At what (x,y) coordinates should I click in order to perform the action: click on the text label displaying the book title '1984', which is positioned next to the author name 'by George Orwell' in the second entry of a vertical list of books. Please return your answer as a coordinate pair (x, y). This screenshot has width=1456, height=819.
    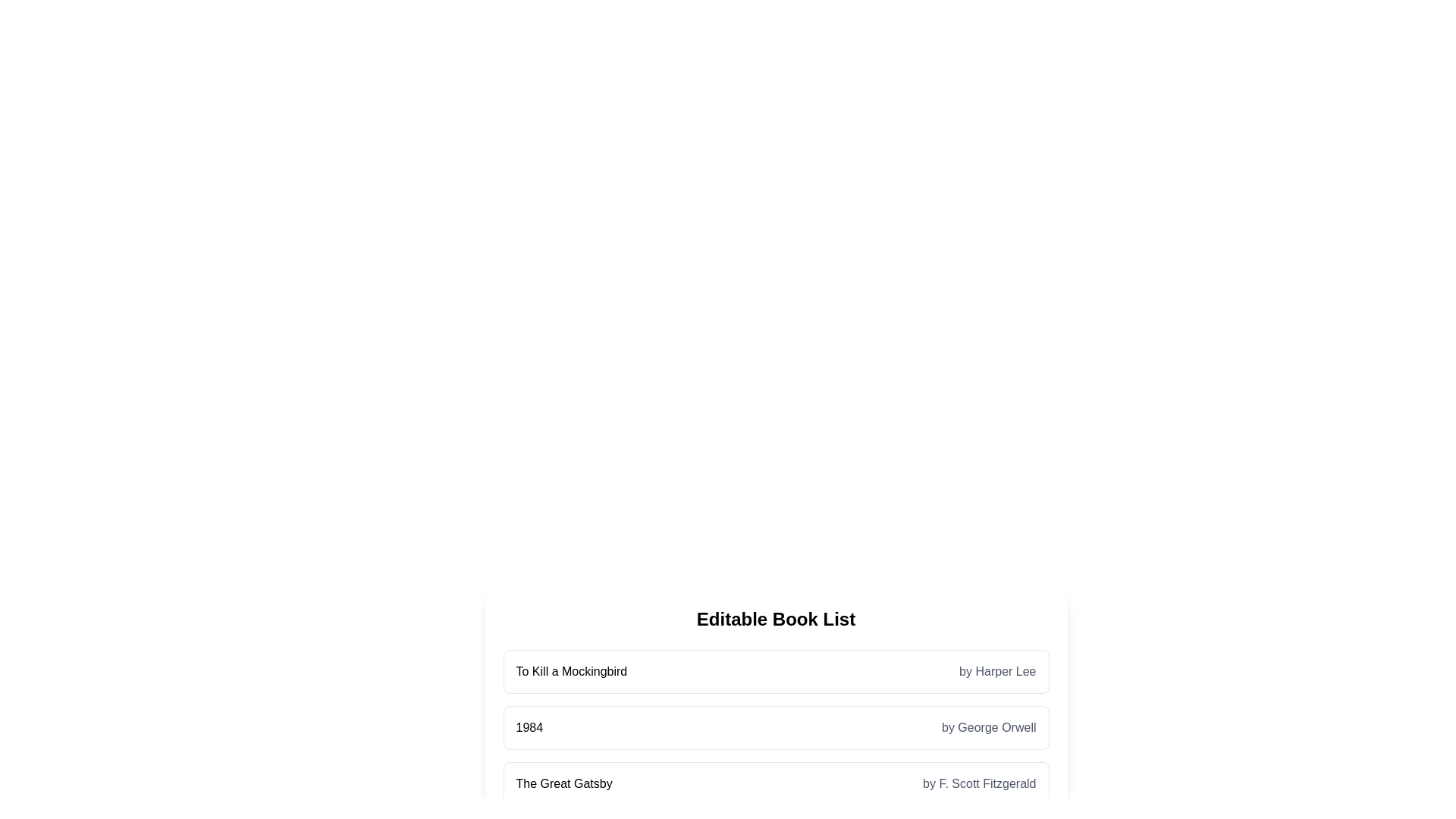
    Looking at the image, I should click on (529, 727).